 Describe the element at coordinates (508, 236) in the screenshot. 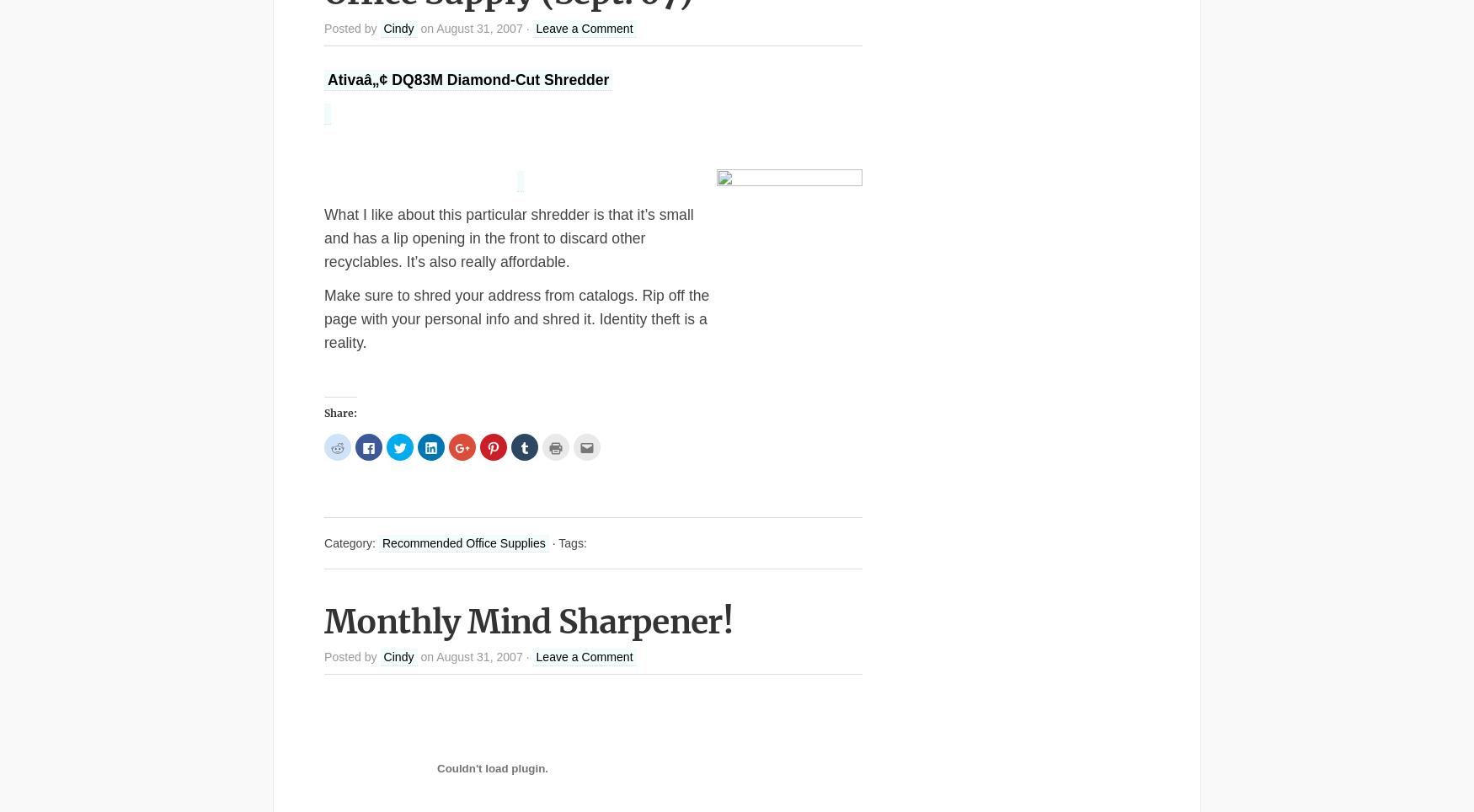

I see `'What I like about this particular shredder is that it’s small and has a lip opening in the front to discard other recyclables. It’s also really affordable.'` at that location.